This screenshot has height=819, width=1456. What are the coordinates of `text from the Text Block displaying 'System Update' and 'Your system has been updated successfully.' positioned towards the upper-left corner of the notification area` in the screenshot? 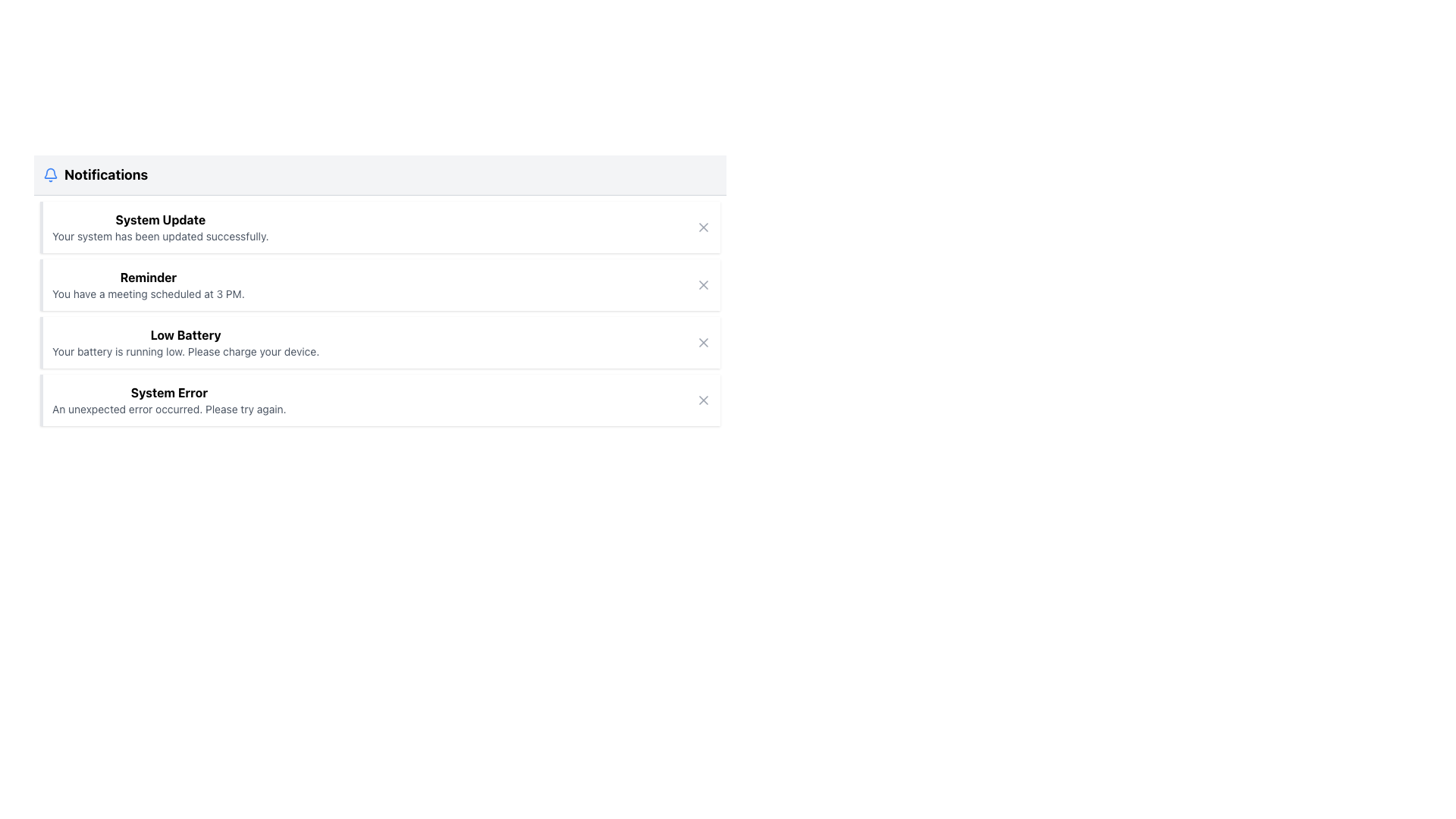 It's located at (160, 227).